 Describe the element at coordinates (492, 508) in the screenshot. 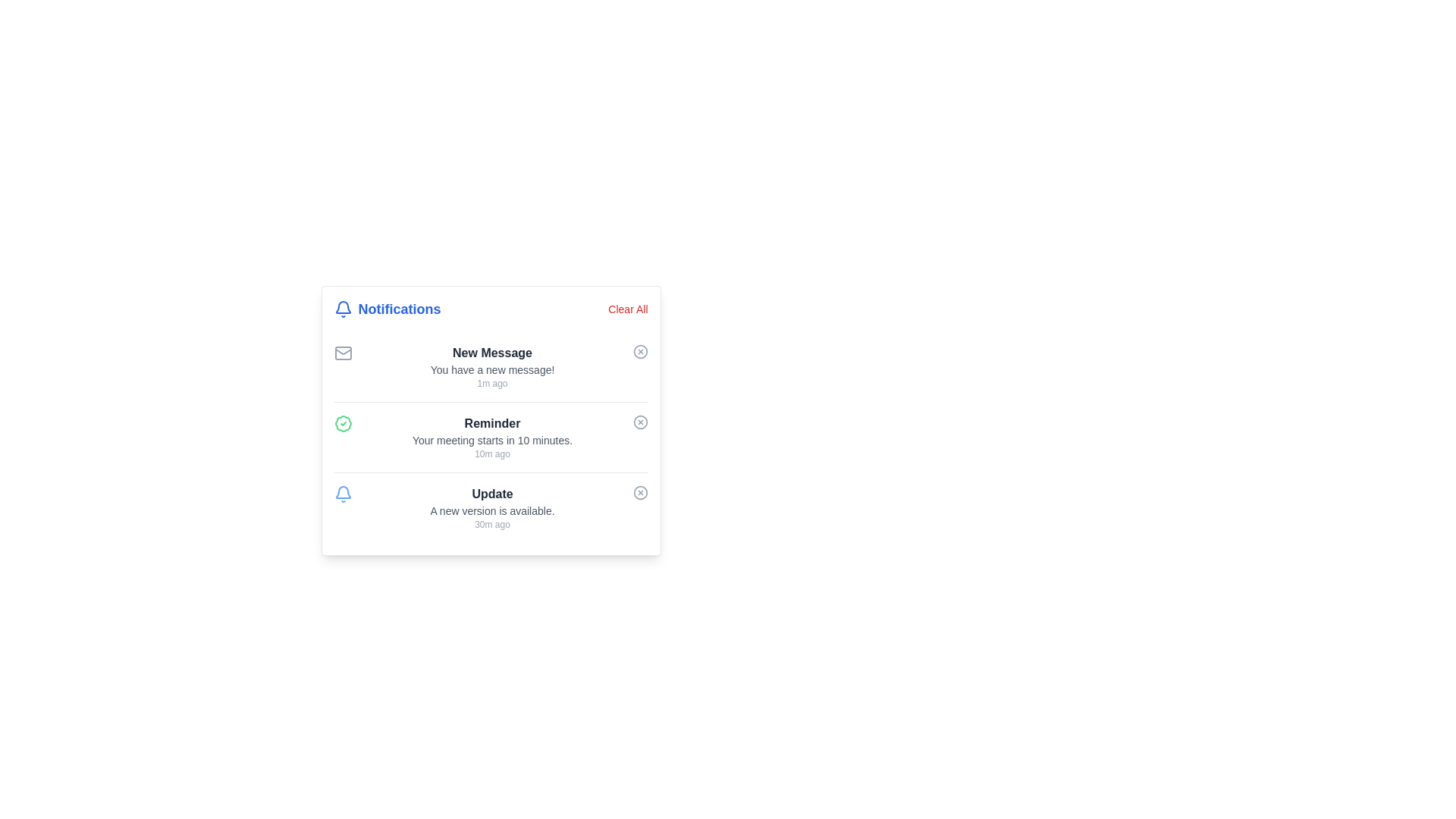

I see `the notification entry that provides information about a software update, located in the third position of the vertical list within the notification panel` at that location.